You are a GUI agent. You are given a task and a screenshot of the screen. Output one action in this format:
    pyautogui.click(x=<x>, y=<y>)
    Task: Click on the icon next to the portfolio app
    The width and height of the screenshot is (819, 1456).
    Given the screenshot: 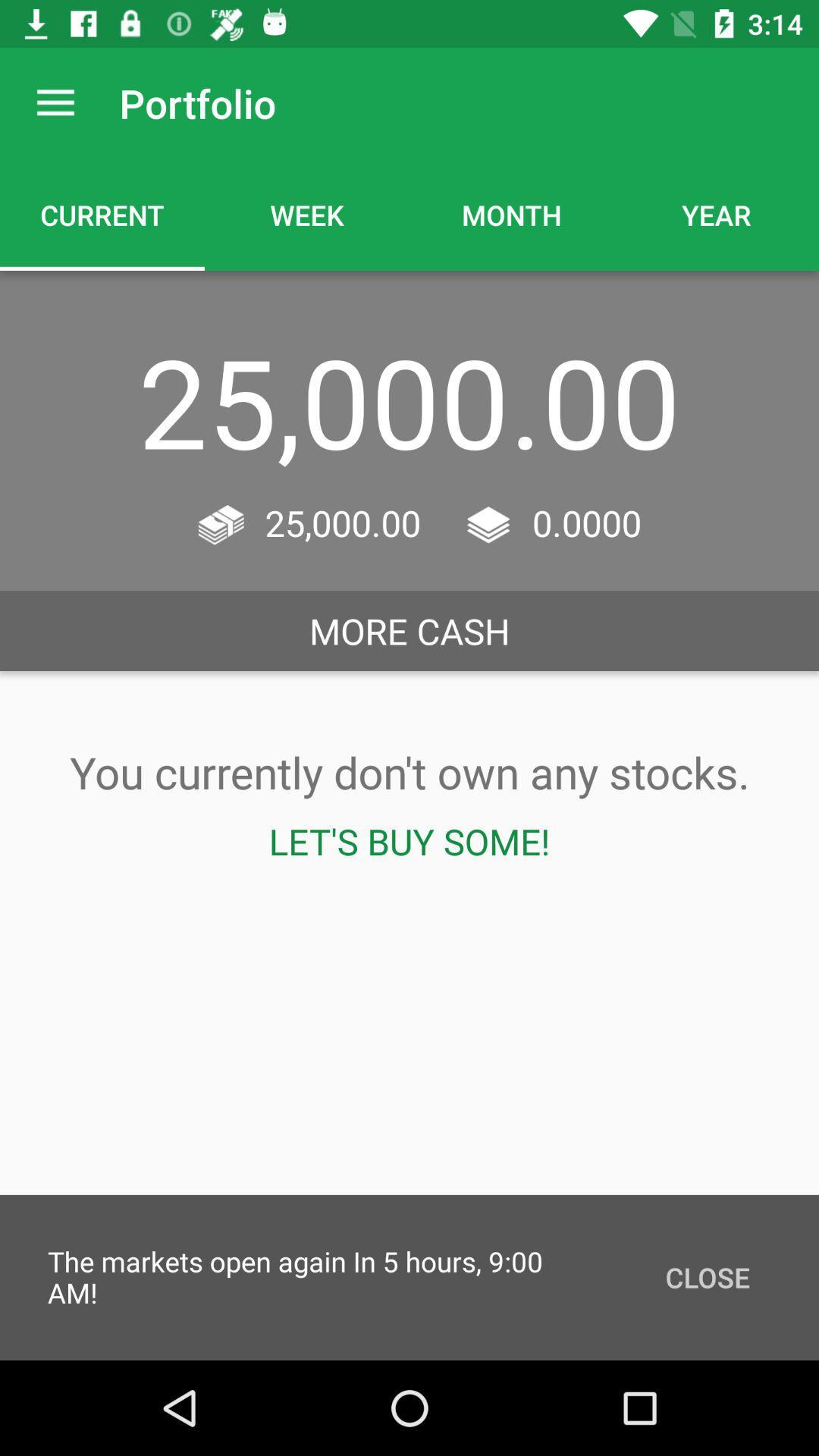 What is the action you would take?
    pyautogui.click(x=55, y=102)
    